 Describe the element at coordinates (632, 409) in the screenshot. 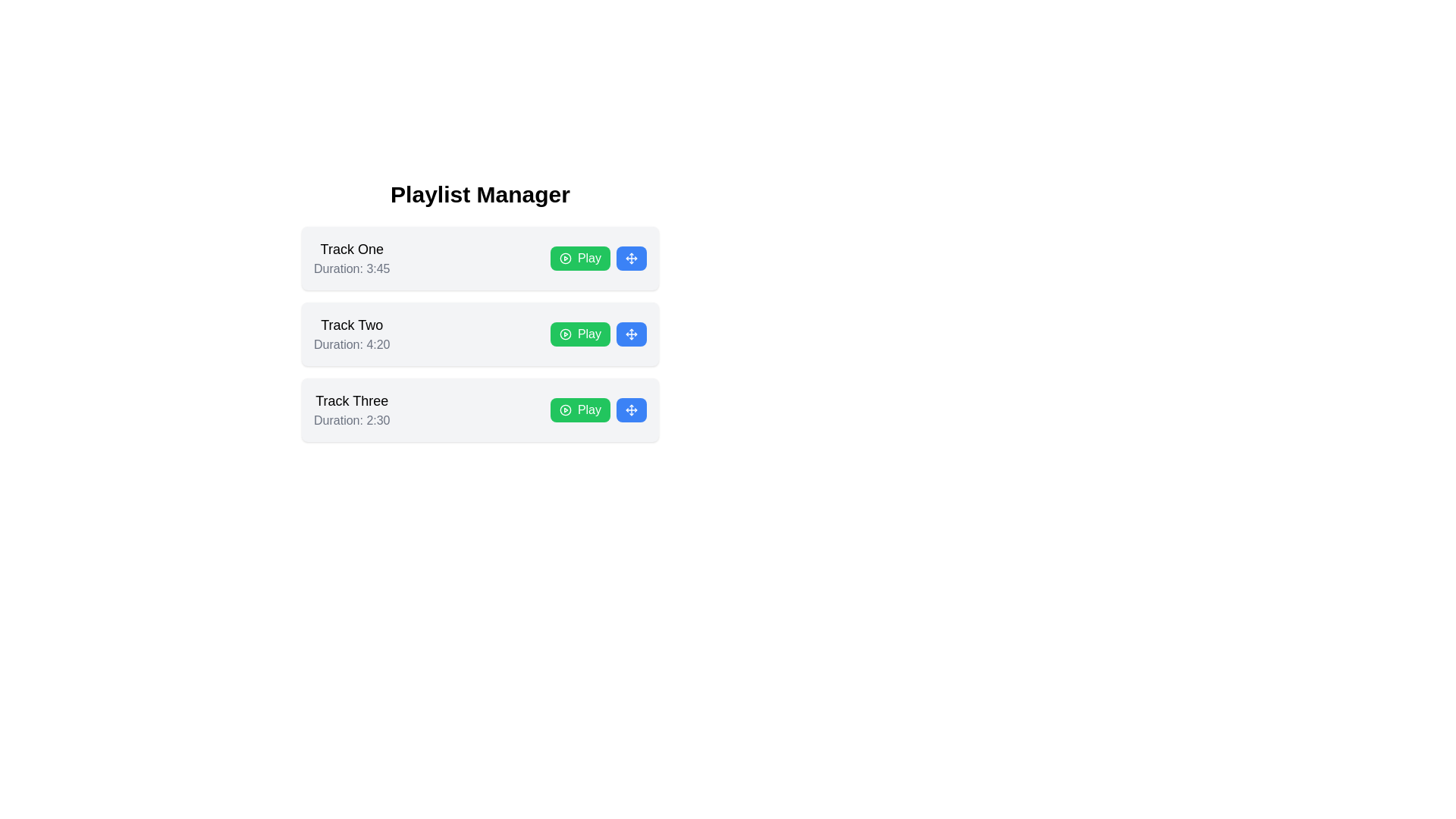

I see `the second button in the rightmost position of the control set for the third track in the playlist manager` at that location.